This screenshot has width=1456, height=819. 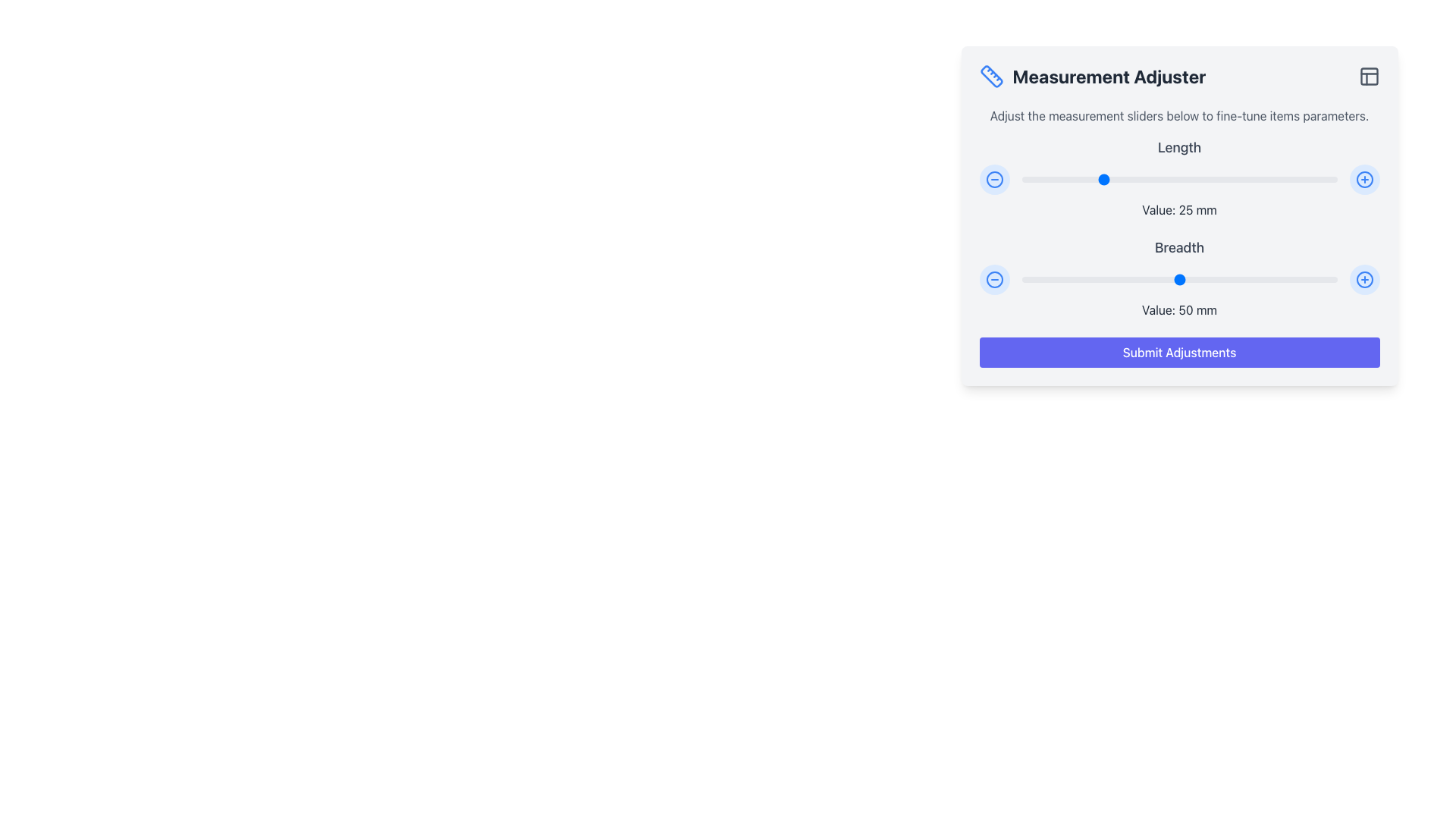 What do you see at coordinates (1327, 178) in the screenshot?
I see `the length adjustment slider` at bounding box center [1327, 178].